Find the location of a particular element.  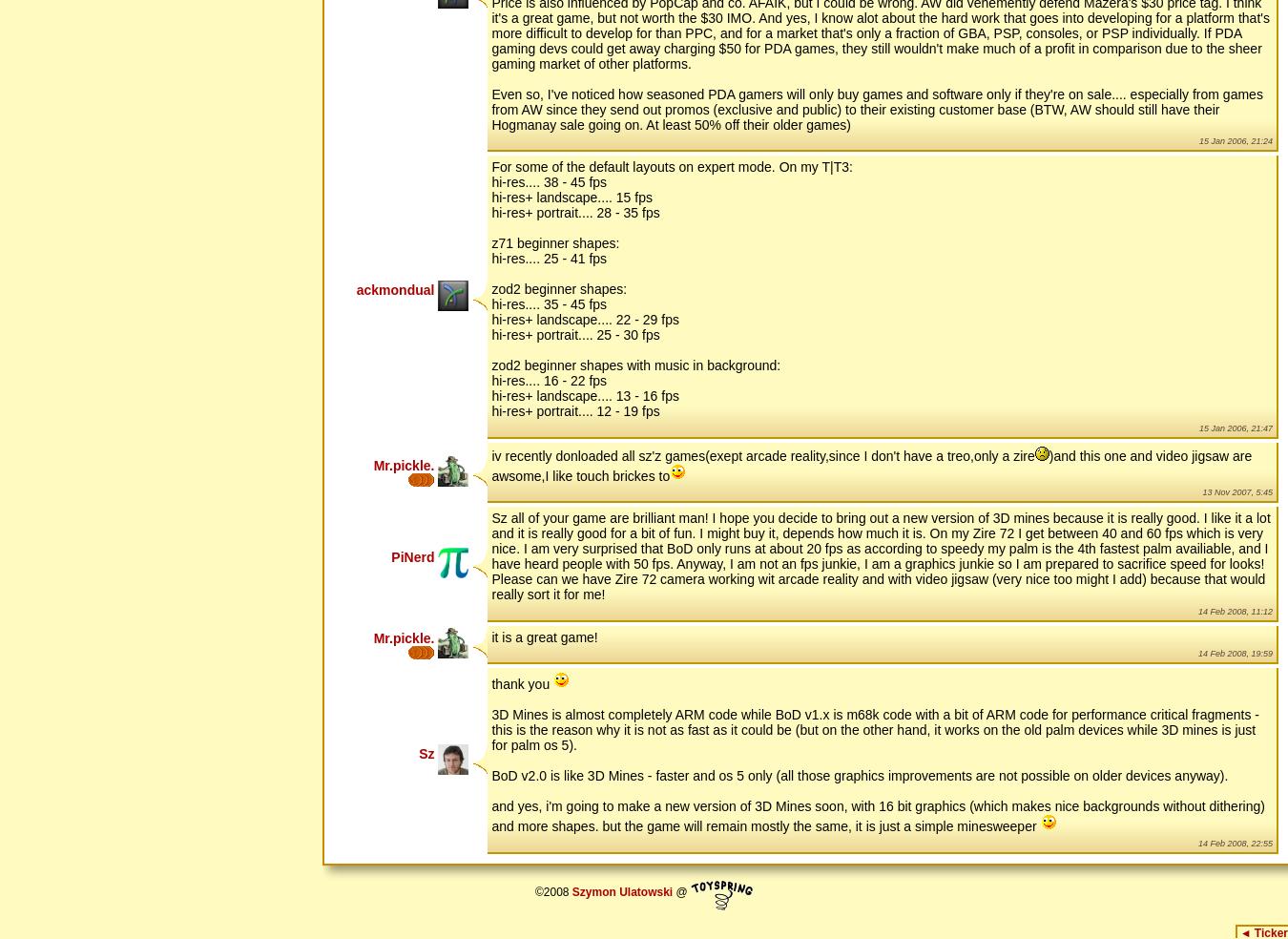

'BoD v2.0 is like 3D Mines - faster and os 5 only (all those graphics improvements are not possible on older devices anyway).' is located at coordinates (859, 774).